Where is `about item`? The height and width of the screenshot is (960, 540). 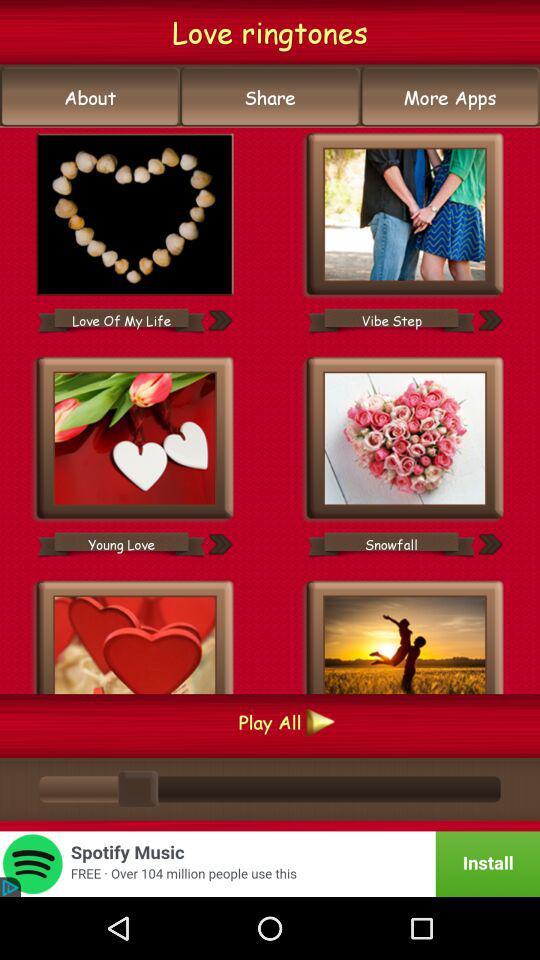 about item is located at coordinates (89, 97).